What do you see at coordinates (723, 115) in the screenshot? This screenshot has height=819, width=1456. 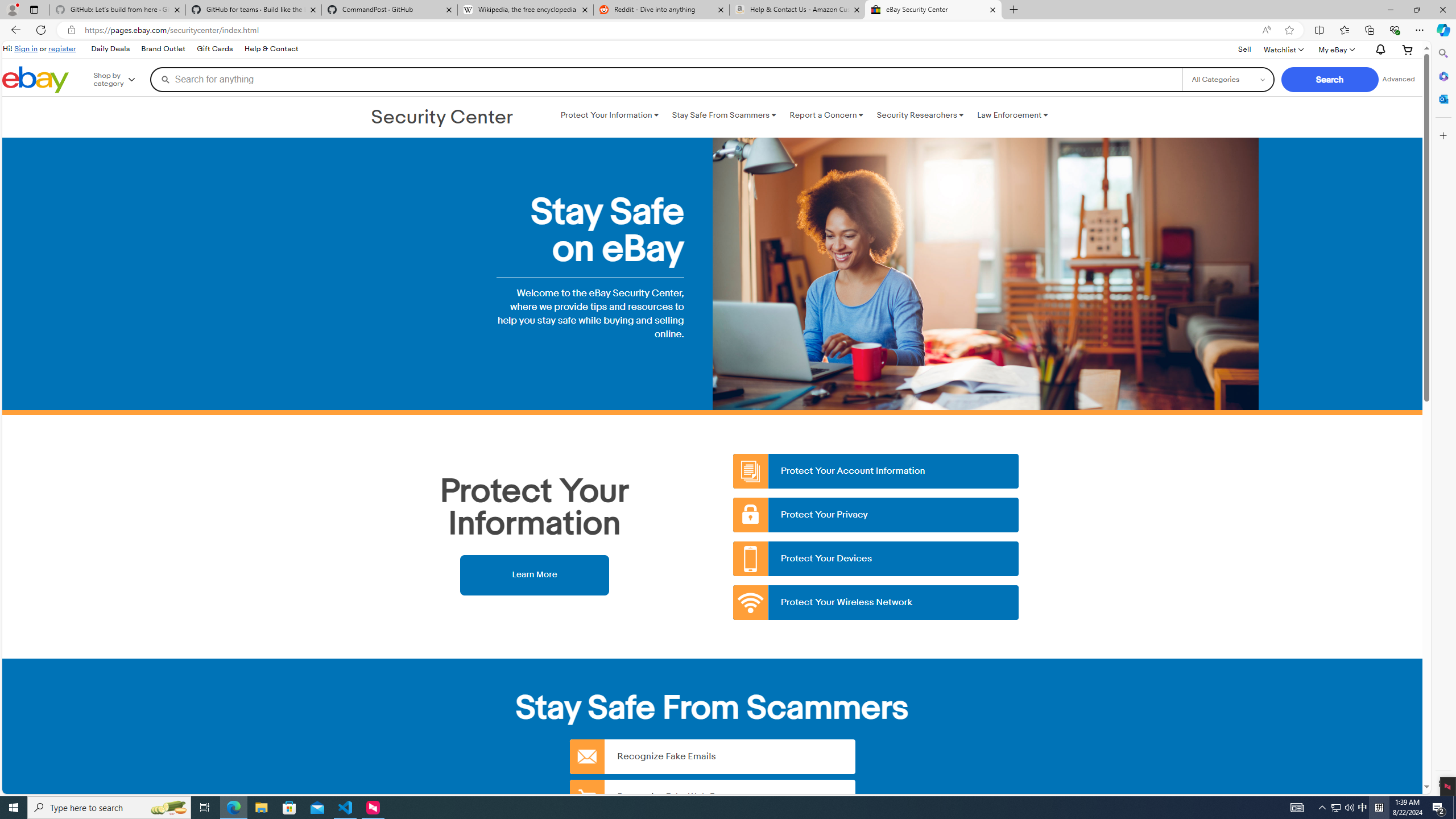 I see `'Stay Safe From Scammers '` at bounding box center [723, 115].